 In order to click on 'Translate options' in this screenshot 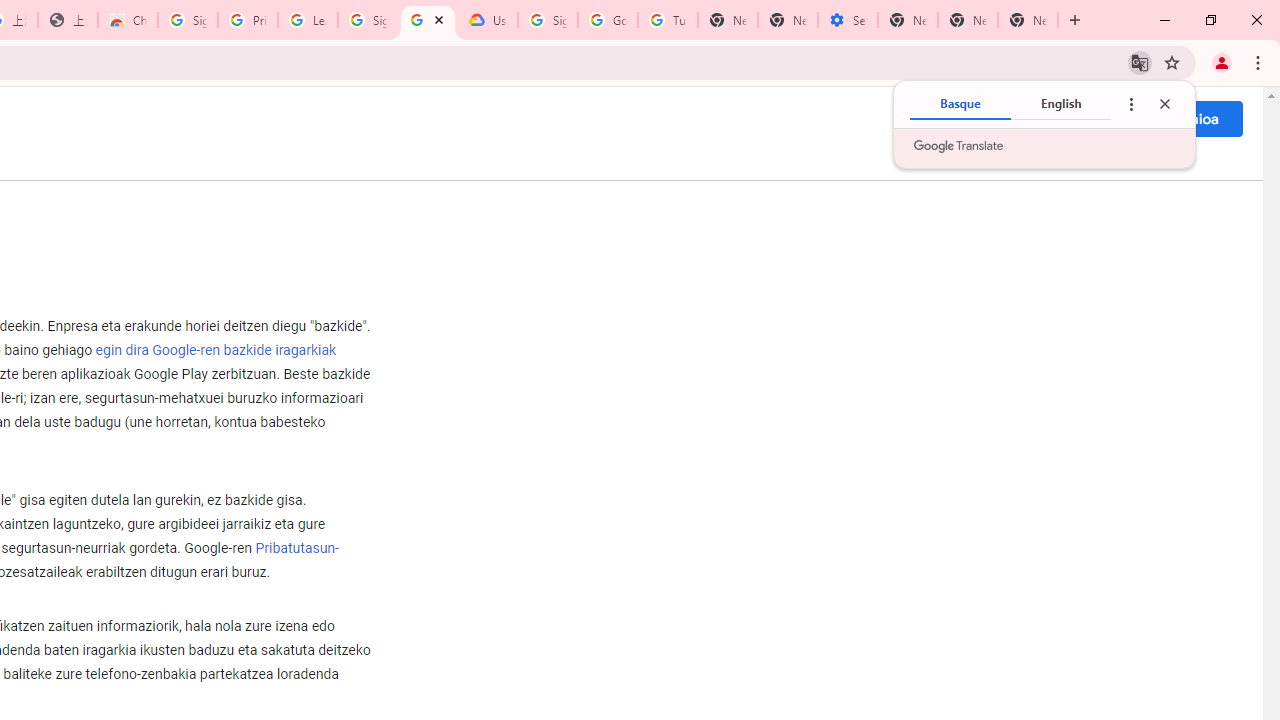, I will do `click(1130, 104)`.